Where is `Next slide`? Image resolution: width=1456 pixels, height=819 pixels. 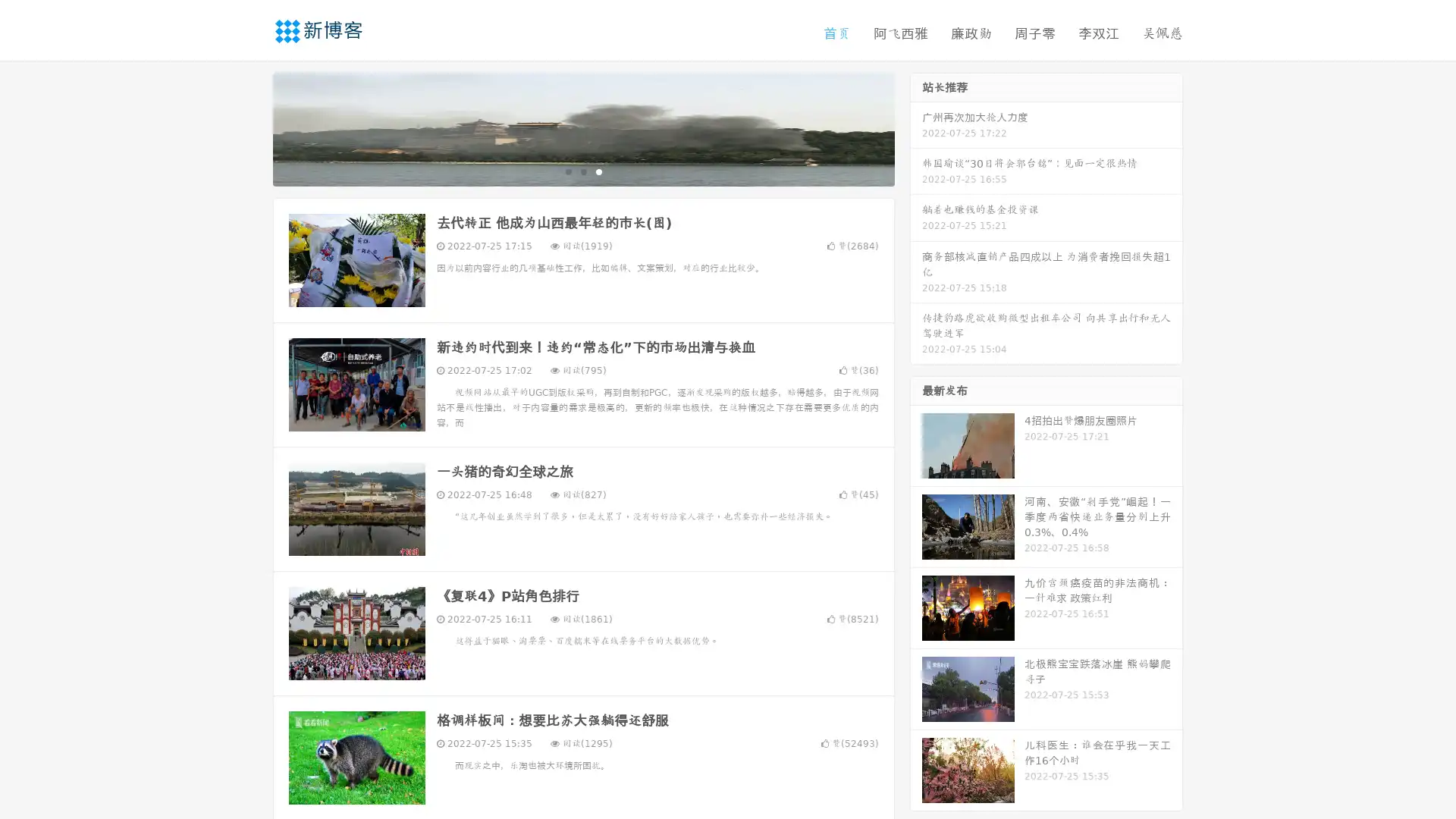 Next slide is located at coordinates (916, 127).